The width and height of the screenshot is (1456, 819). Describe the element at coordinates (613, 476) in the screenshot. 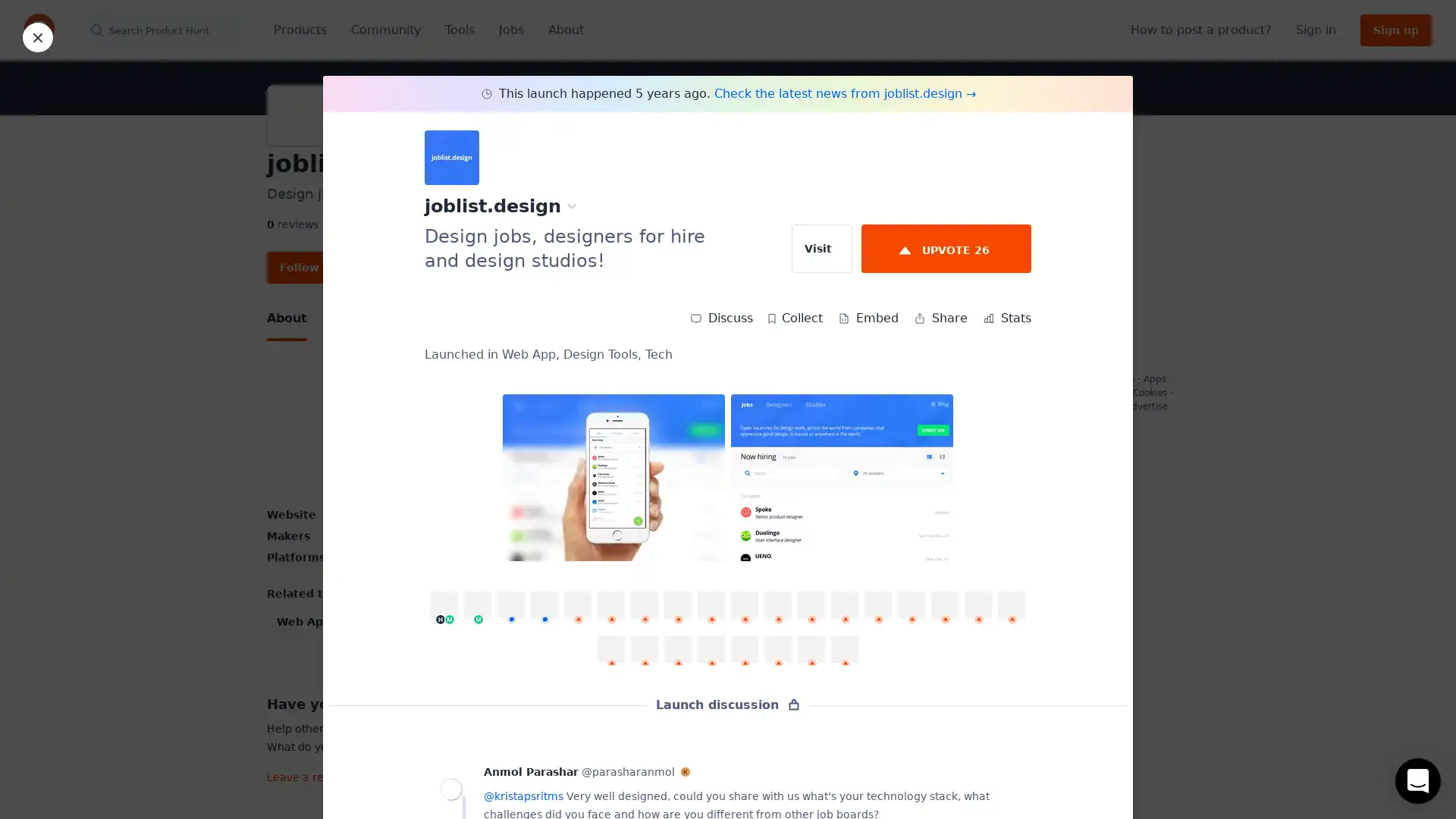

I see `joblist.design gallery image` at that location.